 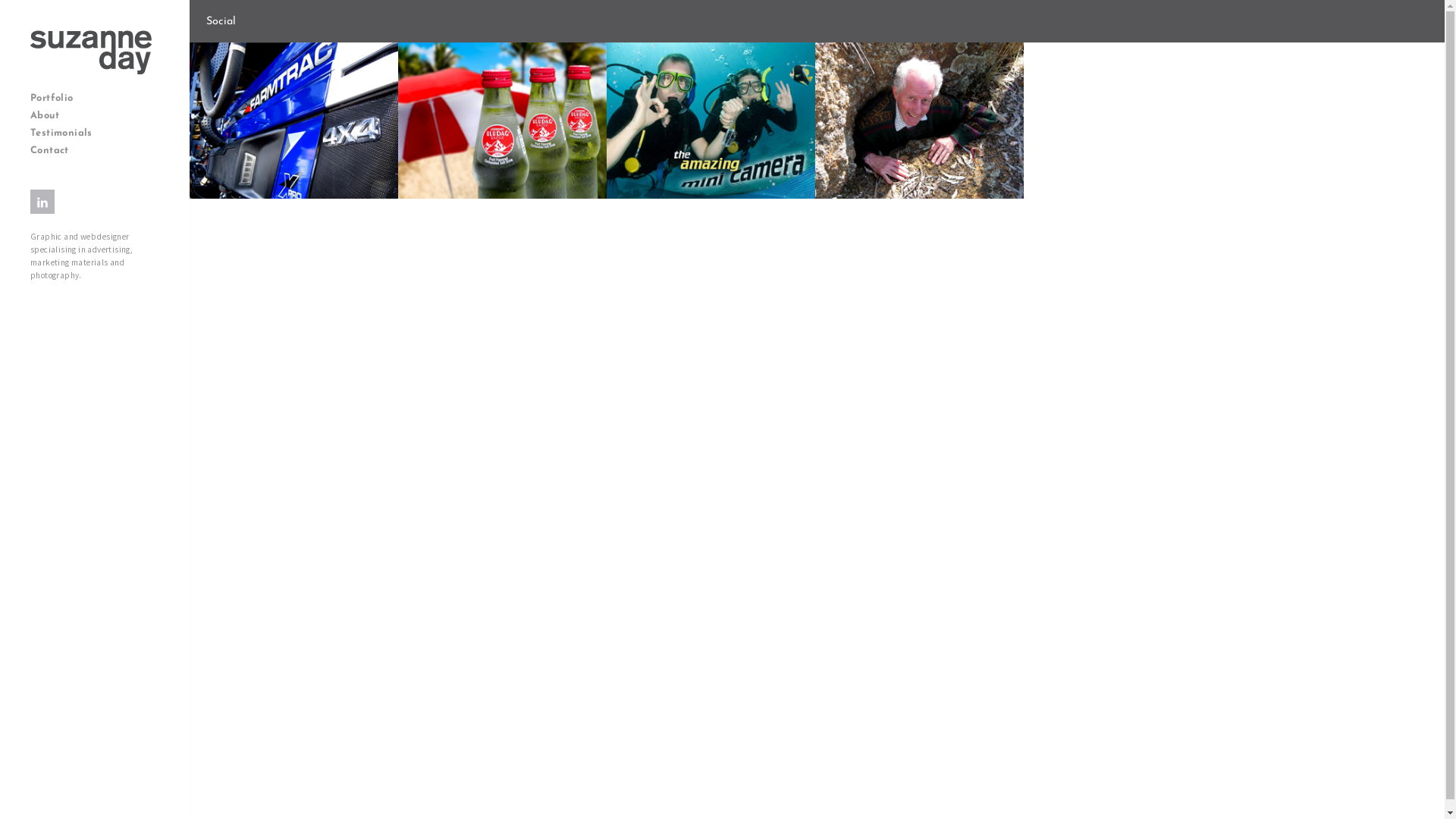 I want to click on 'Essendon Gem & Lapidary Club', so click(x=814, y=119).